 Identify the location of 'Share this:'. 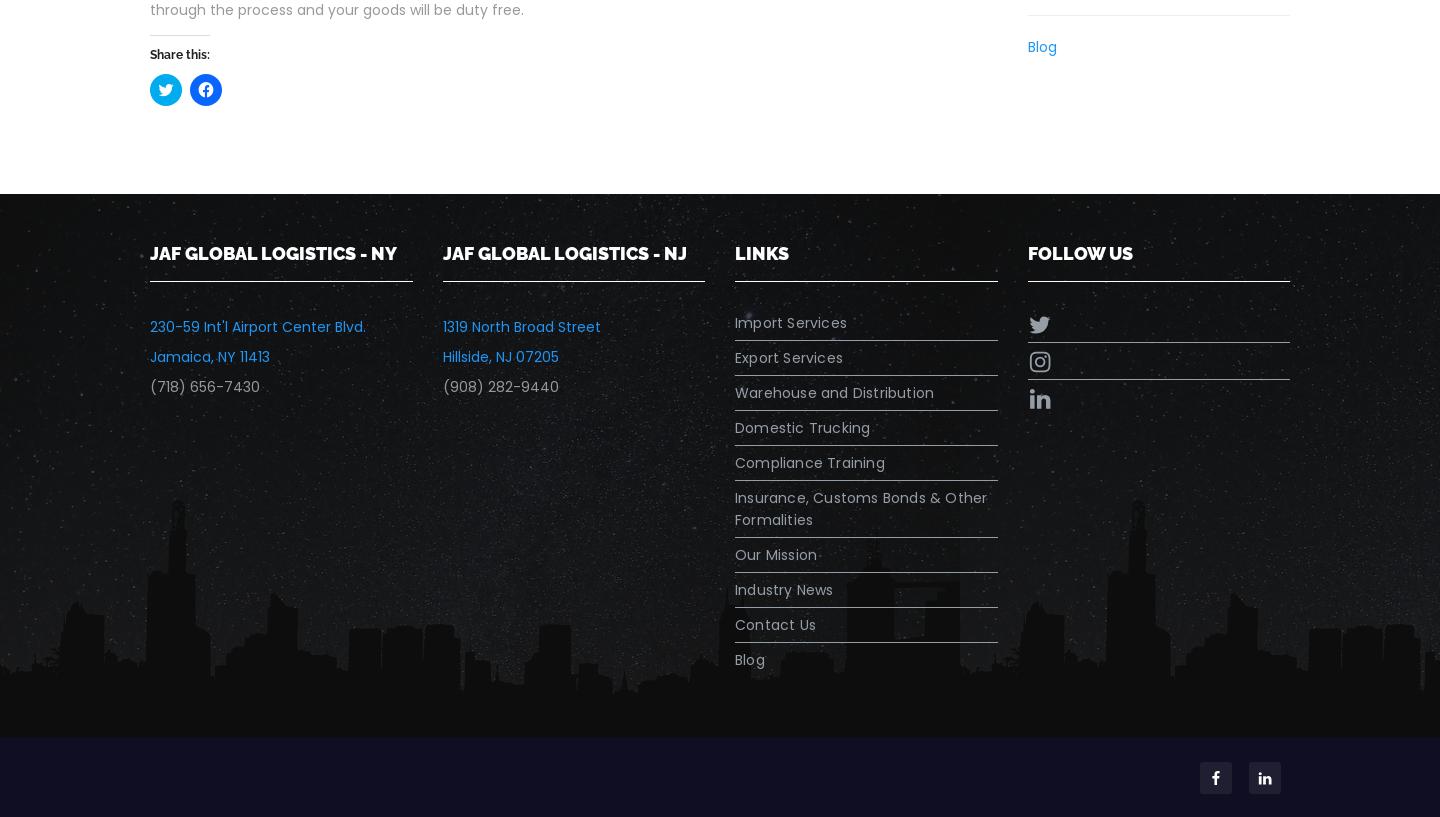
(179, 53).